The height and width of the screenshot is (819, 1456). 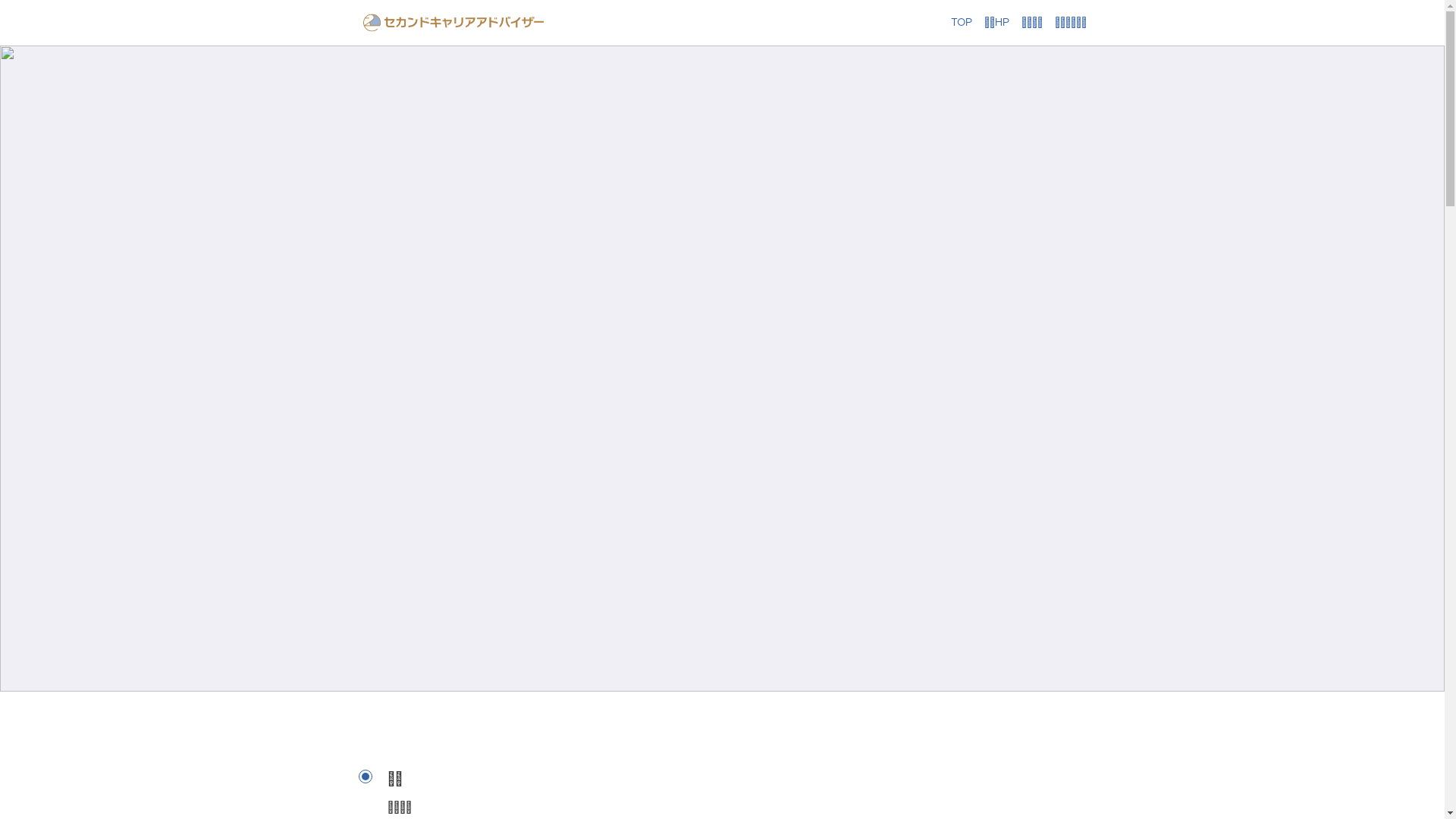 What do you see at coordinates (949, 23) in the screenshot?
I see `'TOP'` at bounding box center [949, 23].